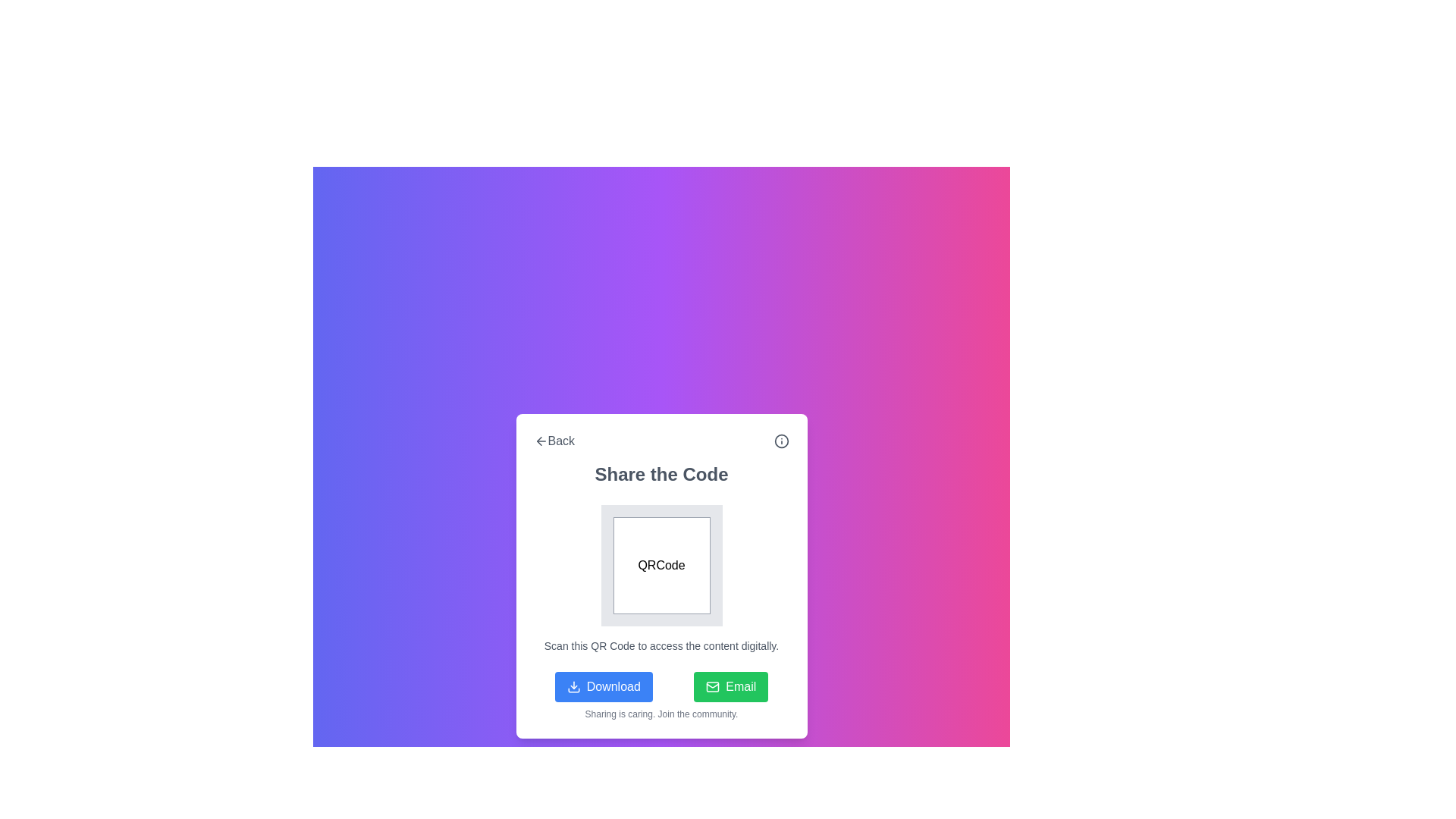 This screenshot has height=819, width=1456. What do you see at coordinates (661, 473) in the screenshot?
I see `text label displaying 'Share the Code' which is prominently positioned above a QR code image within a white card interface` at bounding box center [661, 473].